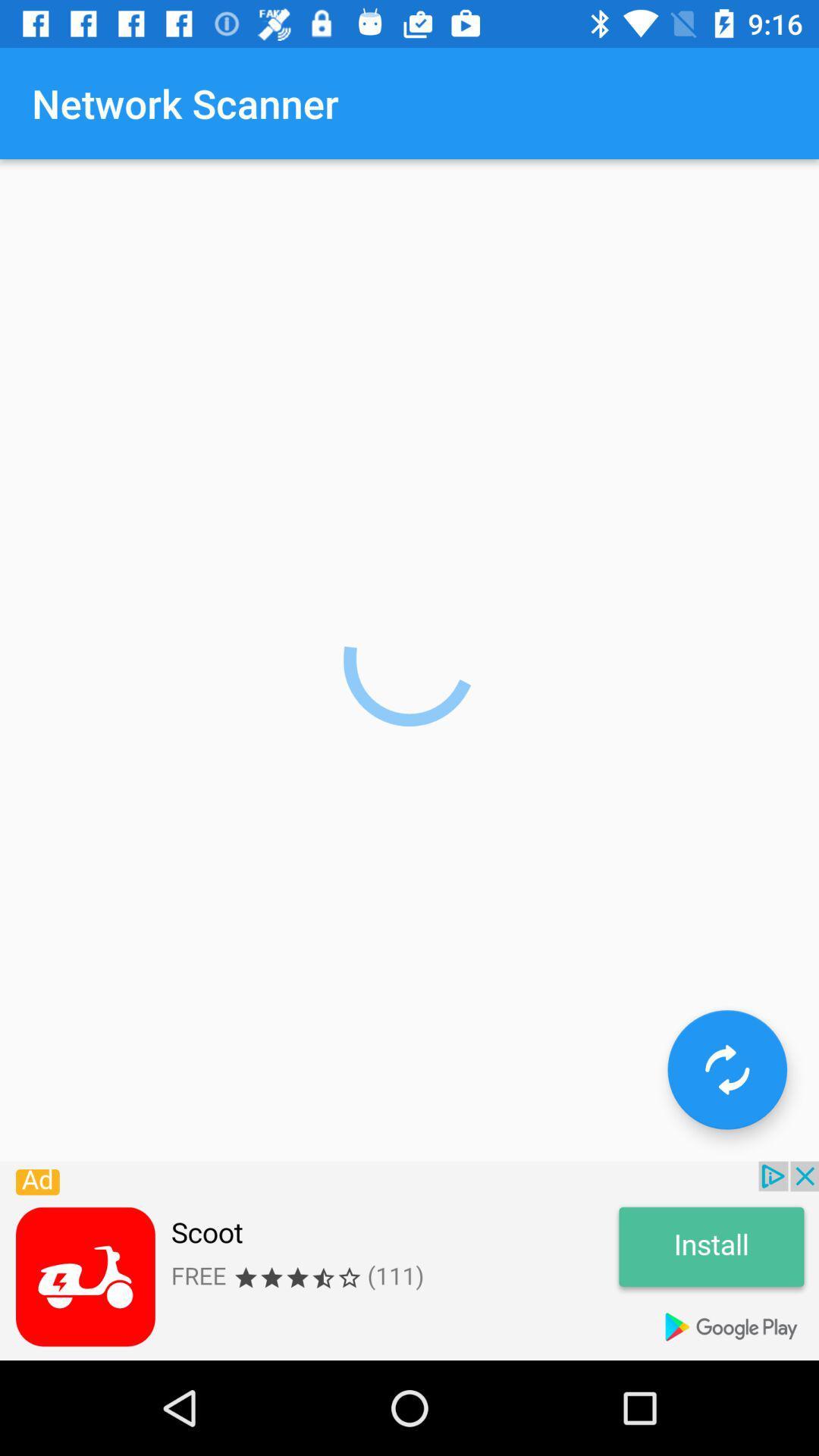 The height and width of the screenshot is (1456, 819). What do you see at coordinates (409, 1260) in the screenshot?
I see `advertisement for google play store app scoot rated 3 1/2 stars clickable install button` at bounding box center [409, 1260].